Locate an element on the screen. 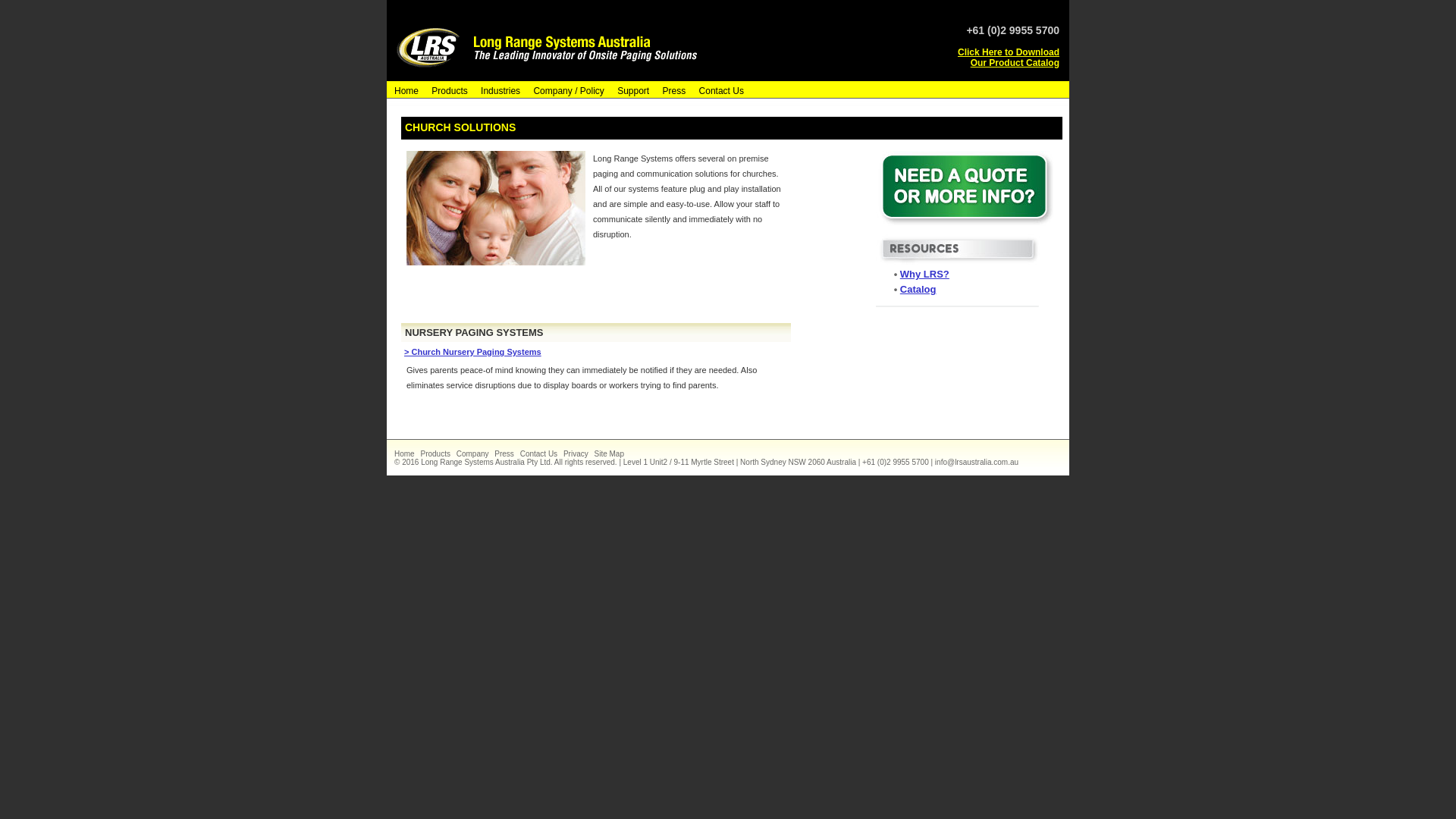 This screenshot has height=819, width=1456. 'Privacy' is located at coordinates (577, 452).